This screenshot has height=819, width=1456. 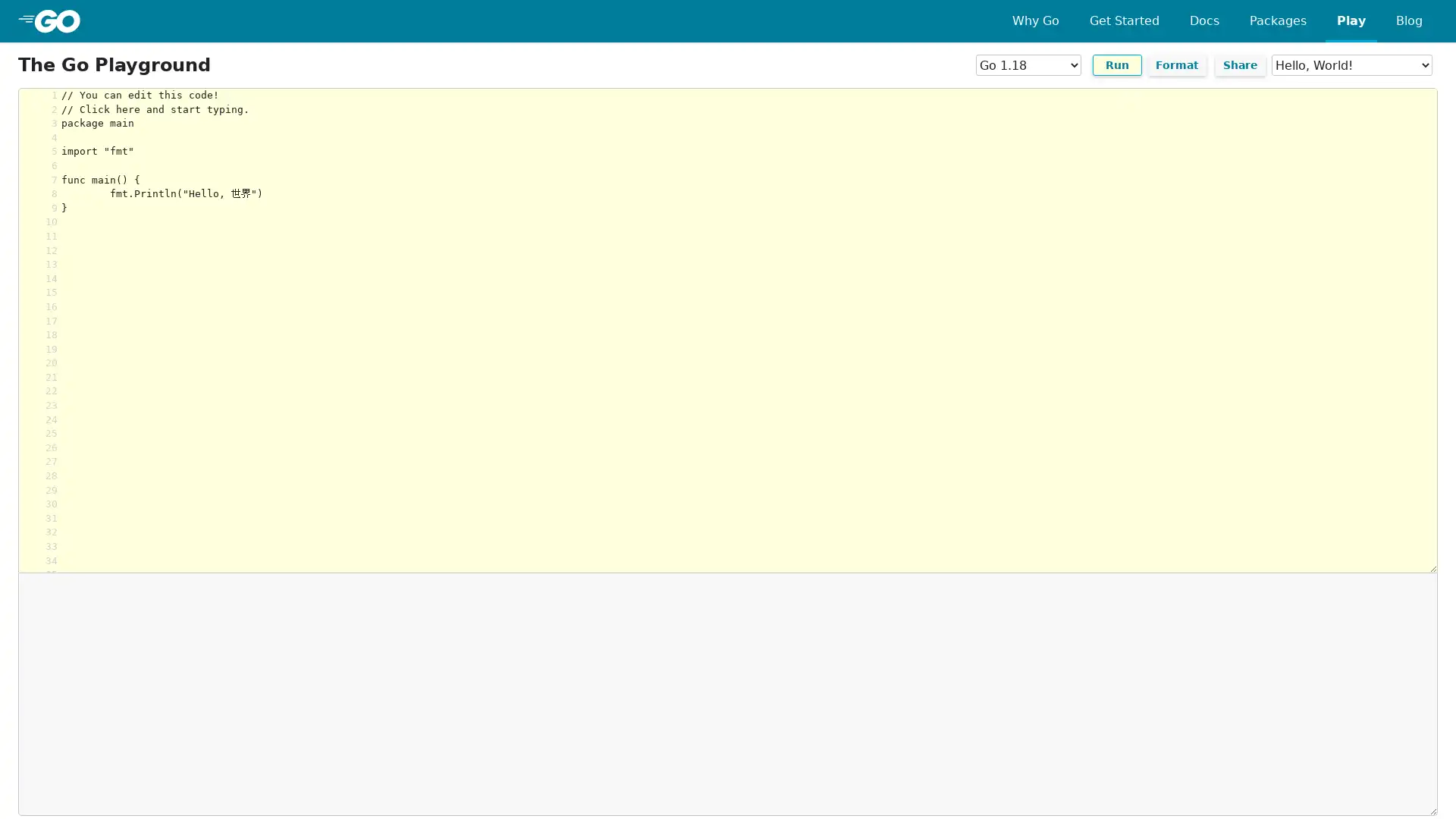 I want to click on Run, so click(x=1117, y=64).